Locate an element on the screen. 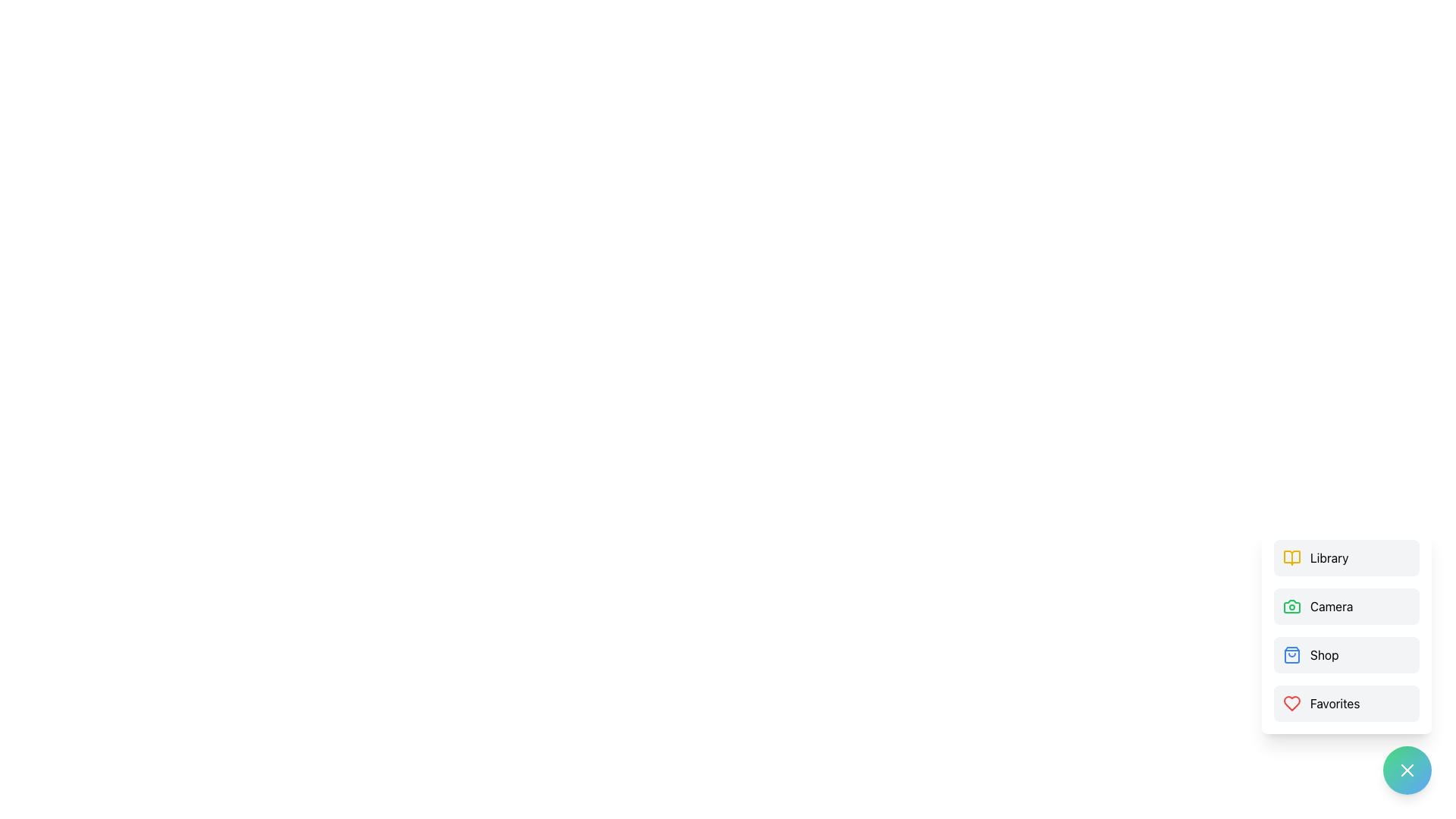 This screenshot has width=1456, height=819. the 'Shop' text label within the button in the vertical menu panel located at the lower-right of the interface is located at coordinates (1323, 654).